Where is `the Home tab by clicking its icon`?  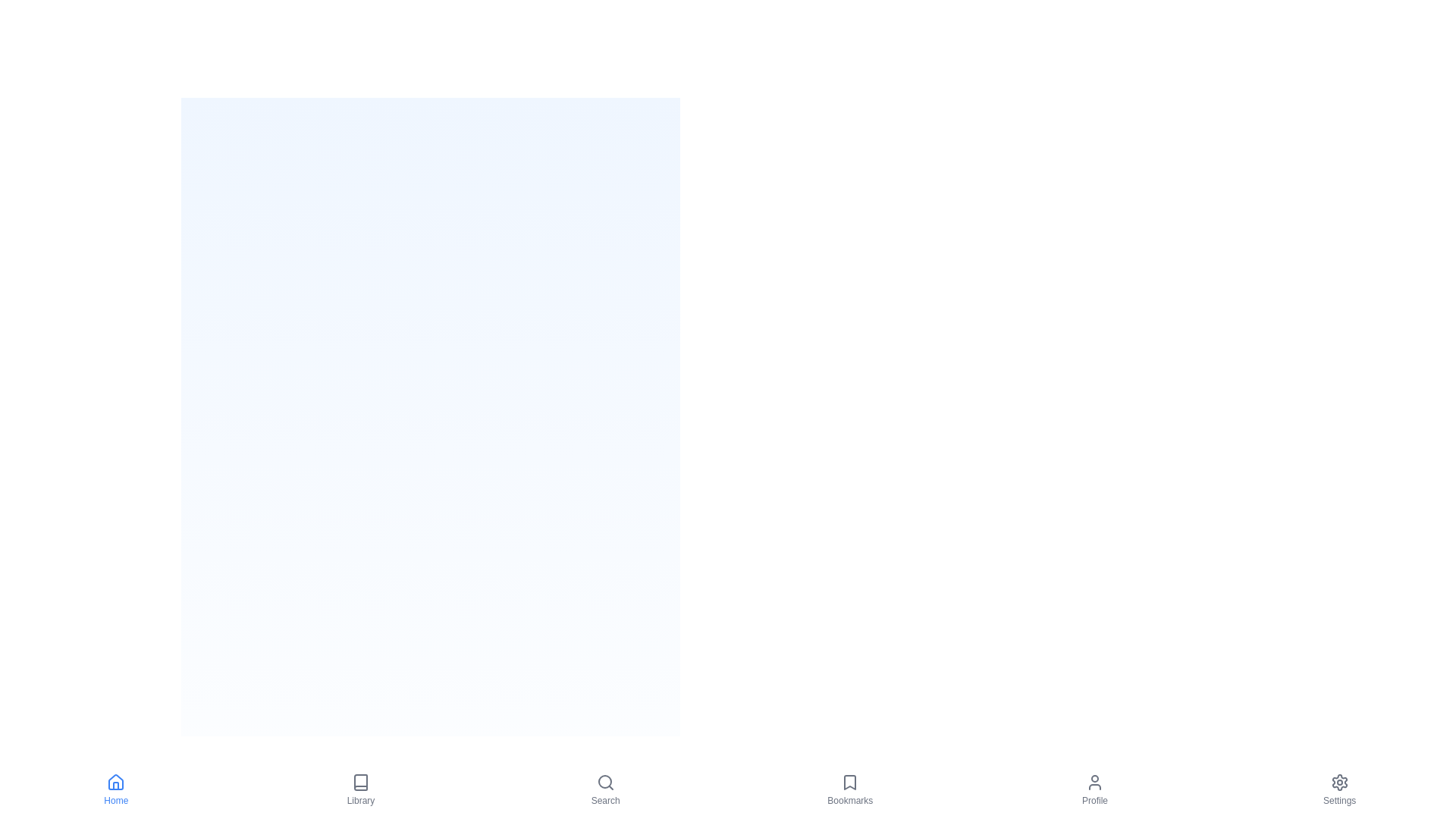
the Home tab by clicking its icon is located at coordinates (115, 789).